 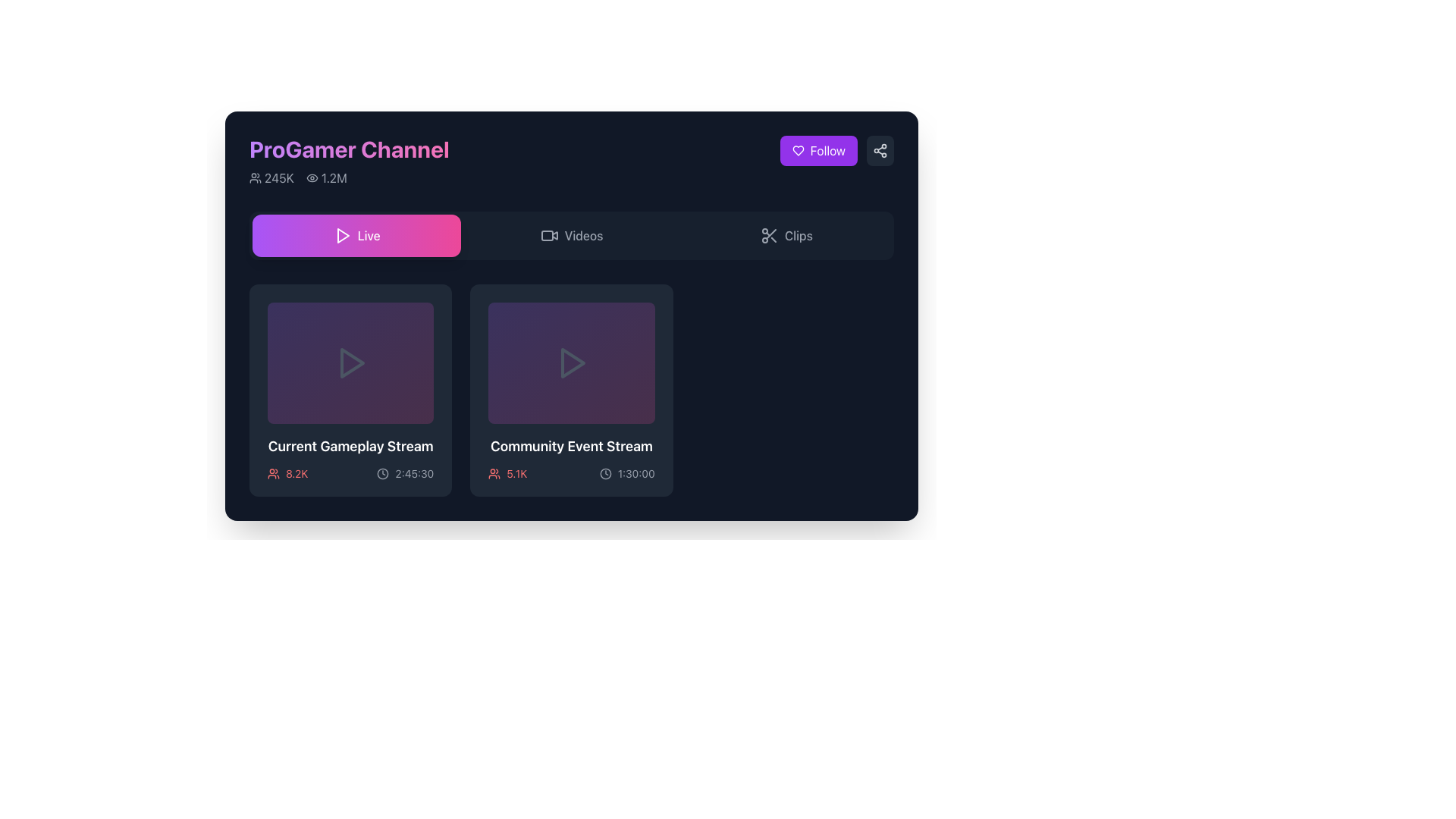 What do you see at coordinates (287, 472) in the screenshot?
I see `the viewership count displayed in the Statistical Display located below the video thumbnail for the 'Current Gameplay Stream'` at bounding box center [287, 472].